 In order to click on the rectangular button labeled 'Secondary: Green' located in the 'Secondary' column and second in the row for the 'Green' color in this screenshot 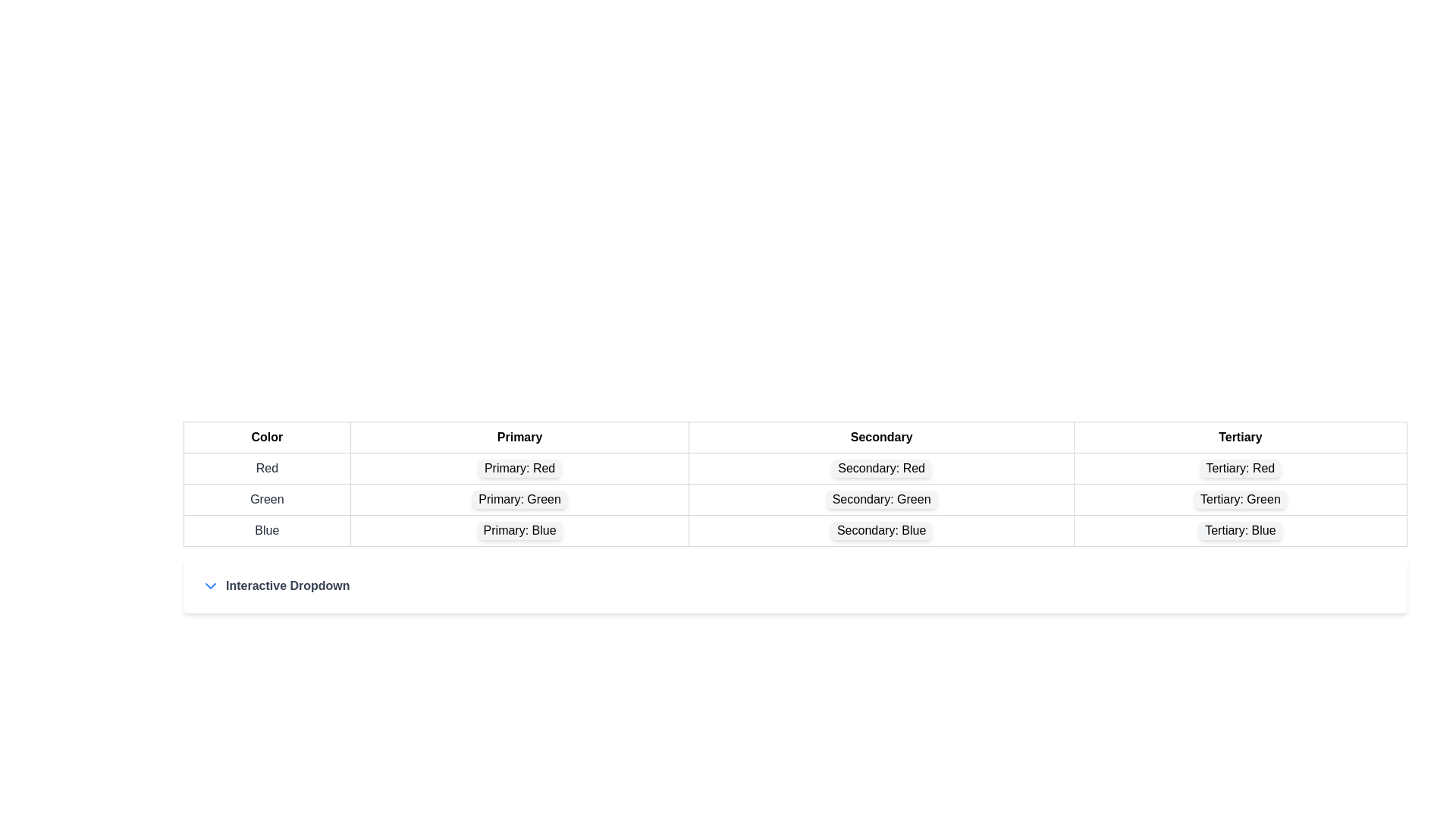, I will do `click(881, 500)`.